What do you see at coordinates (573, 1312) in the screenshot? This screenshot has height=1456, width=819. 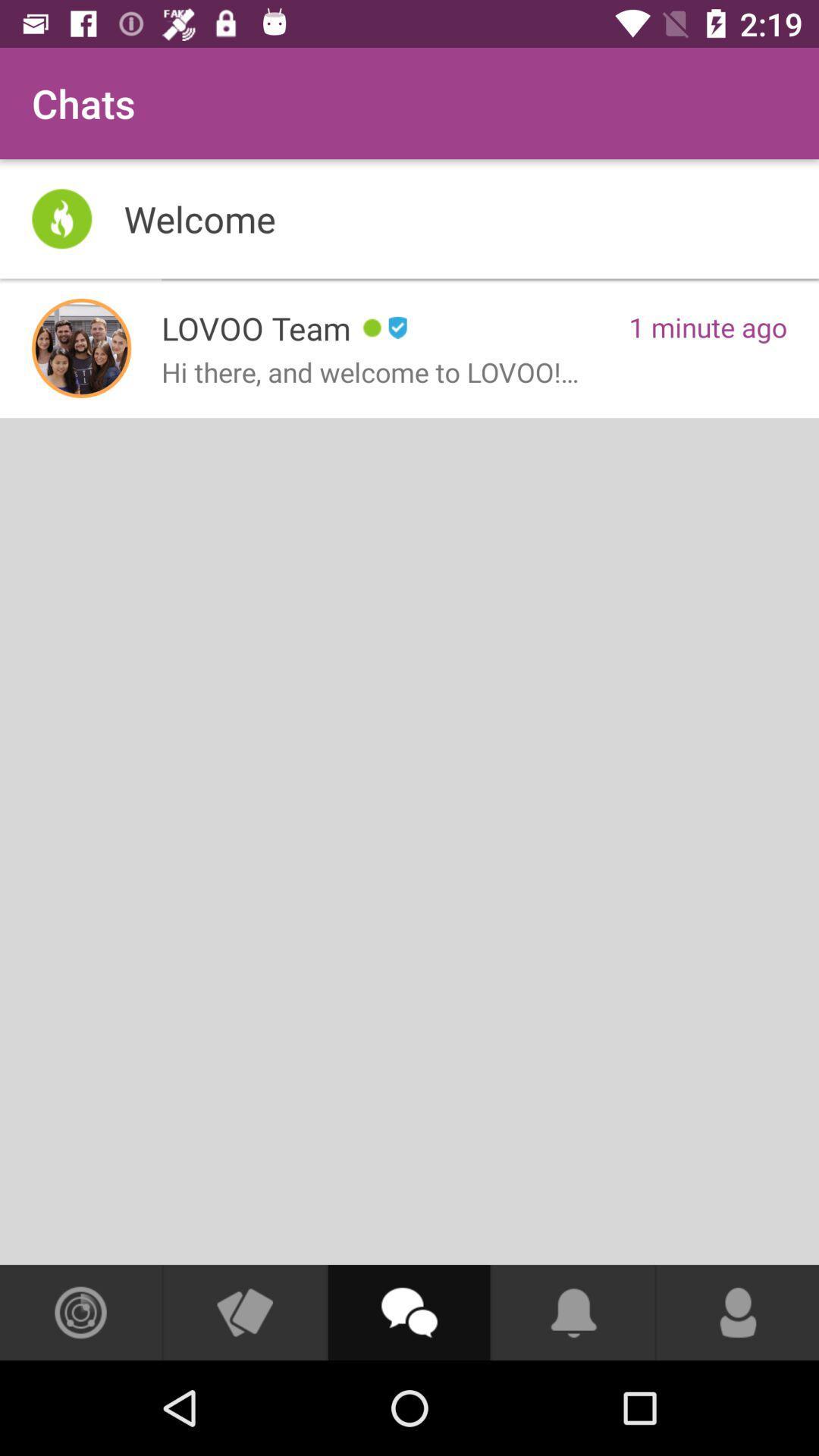 I see `turn on notifications` at bounding box center [573, 1312].